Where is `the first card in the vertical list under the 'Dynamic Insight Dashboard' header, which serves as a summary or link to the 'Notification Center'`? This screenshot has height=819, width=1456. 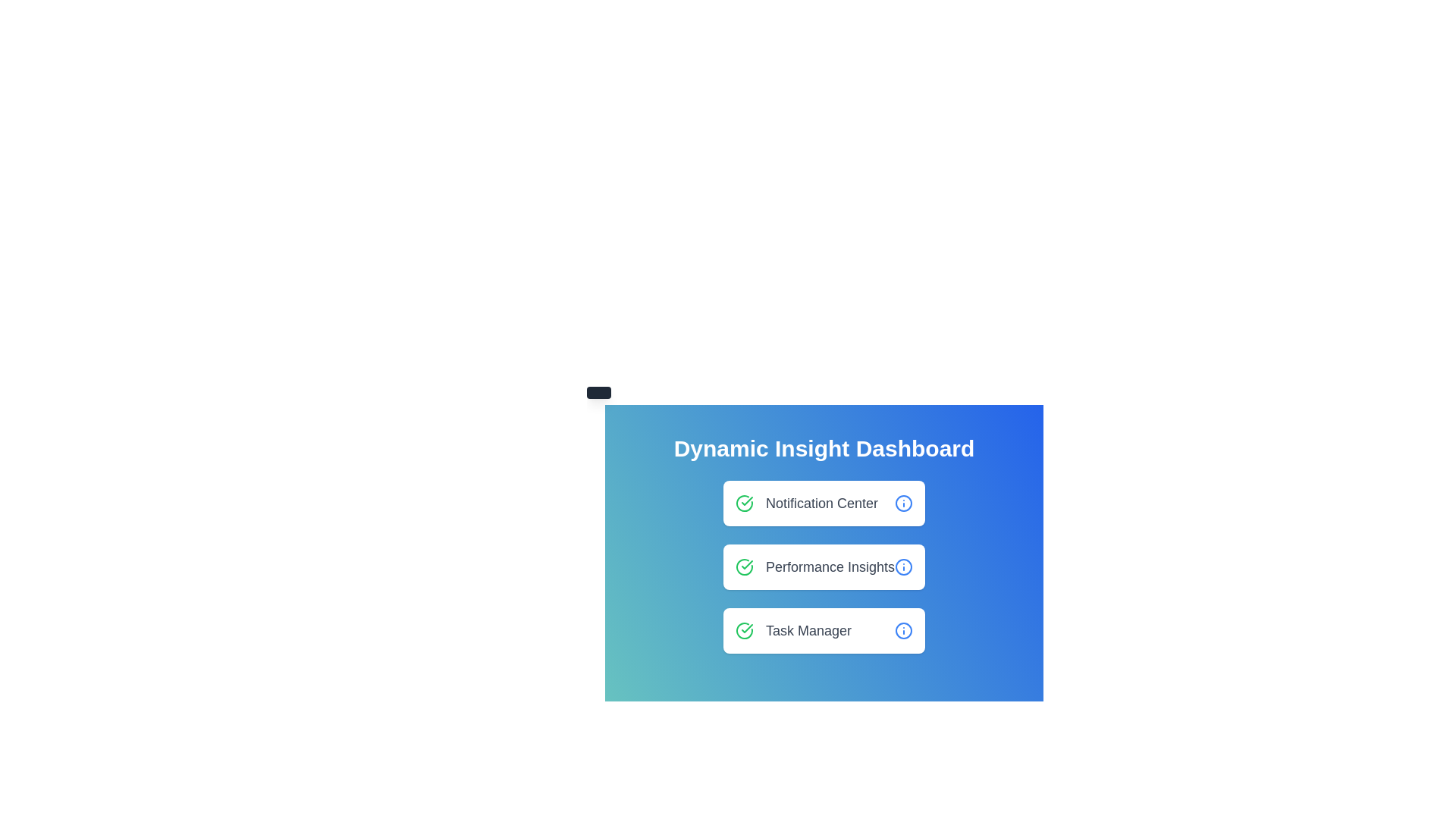
the first card in the vertical list under the 'Dynamic Insight Dashboard' header, which serves as a summary or link to the 'Notification Center' is located at coordinates (823, 503).